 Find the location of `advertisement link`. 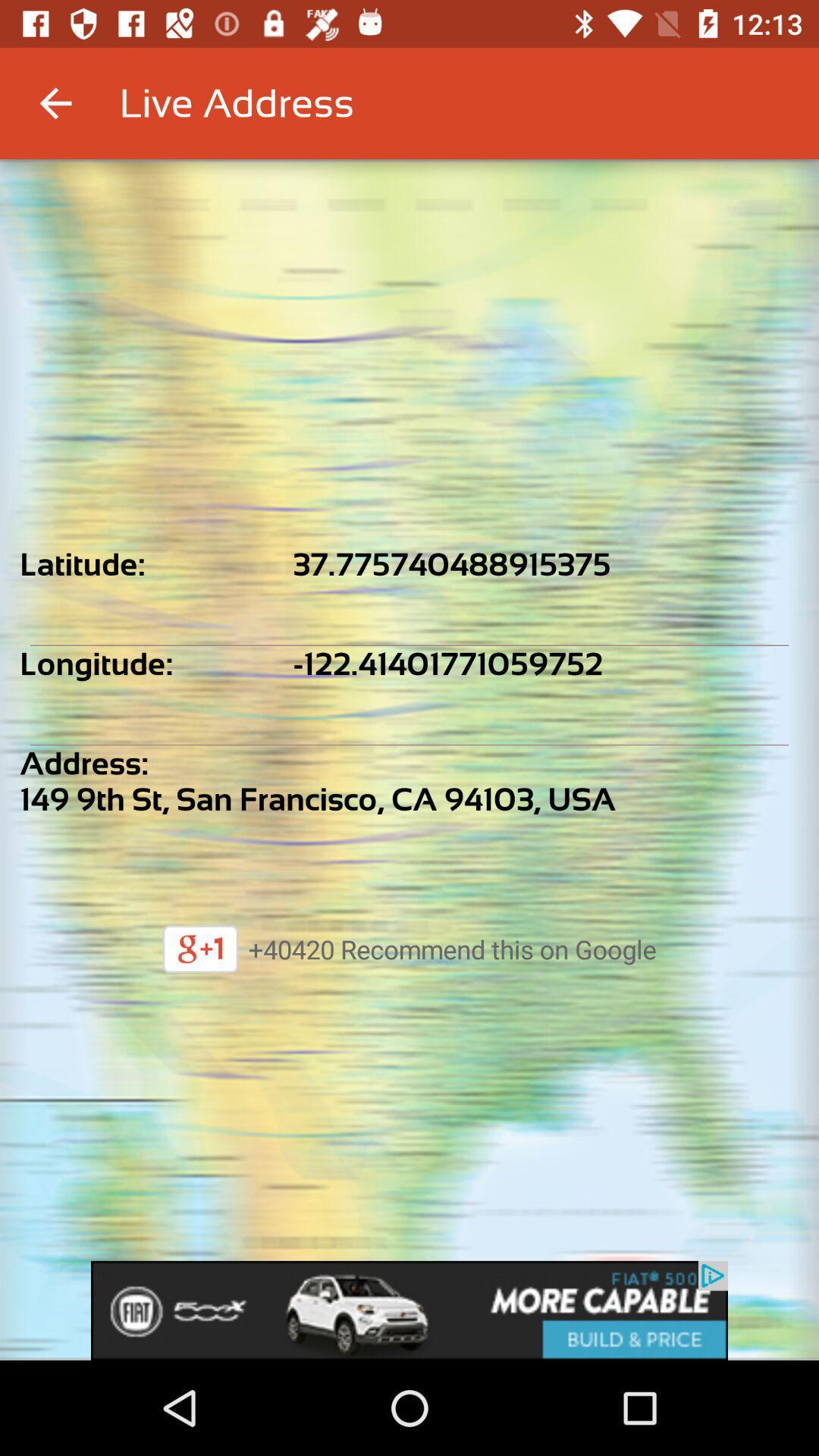

advertisement link is located at coordinates (409, 1310).